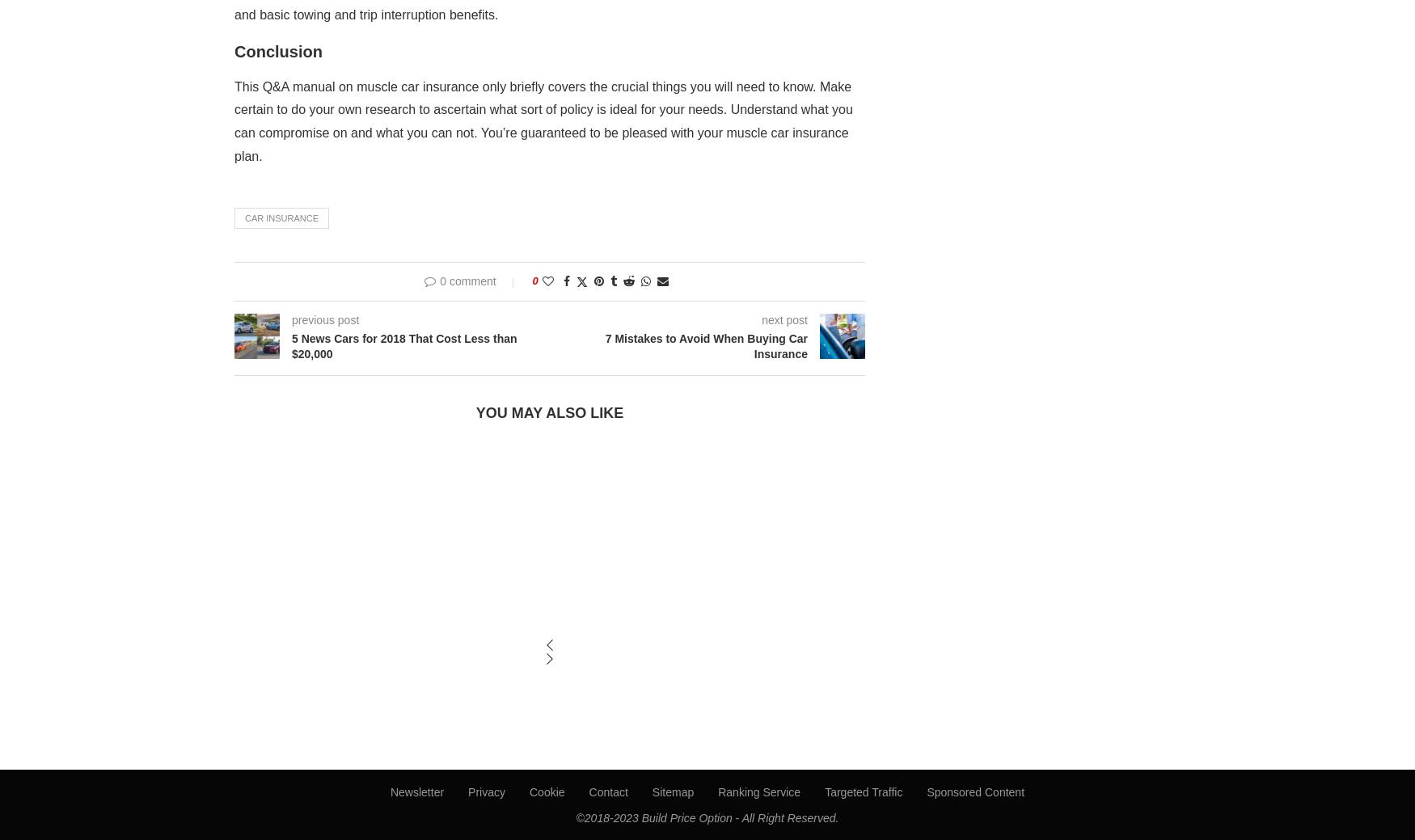  I want to click on 'previous post', so click(324, 319).